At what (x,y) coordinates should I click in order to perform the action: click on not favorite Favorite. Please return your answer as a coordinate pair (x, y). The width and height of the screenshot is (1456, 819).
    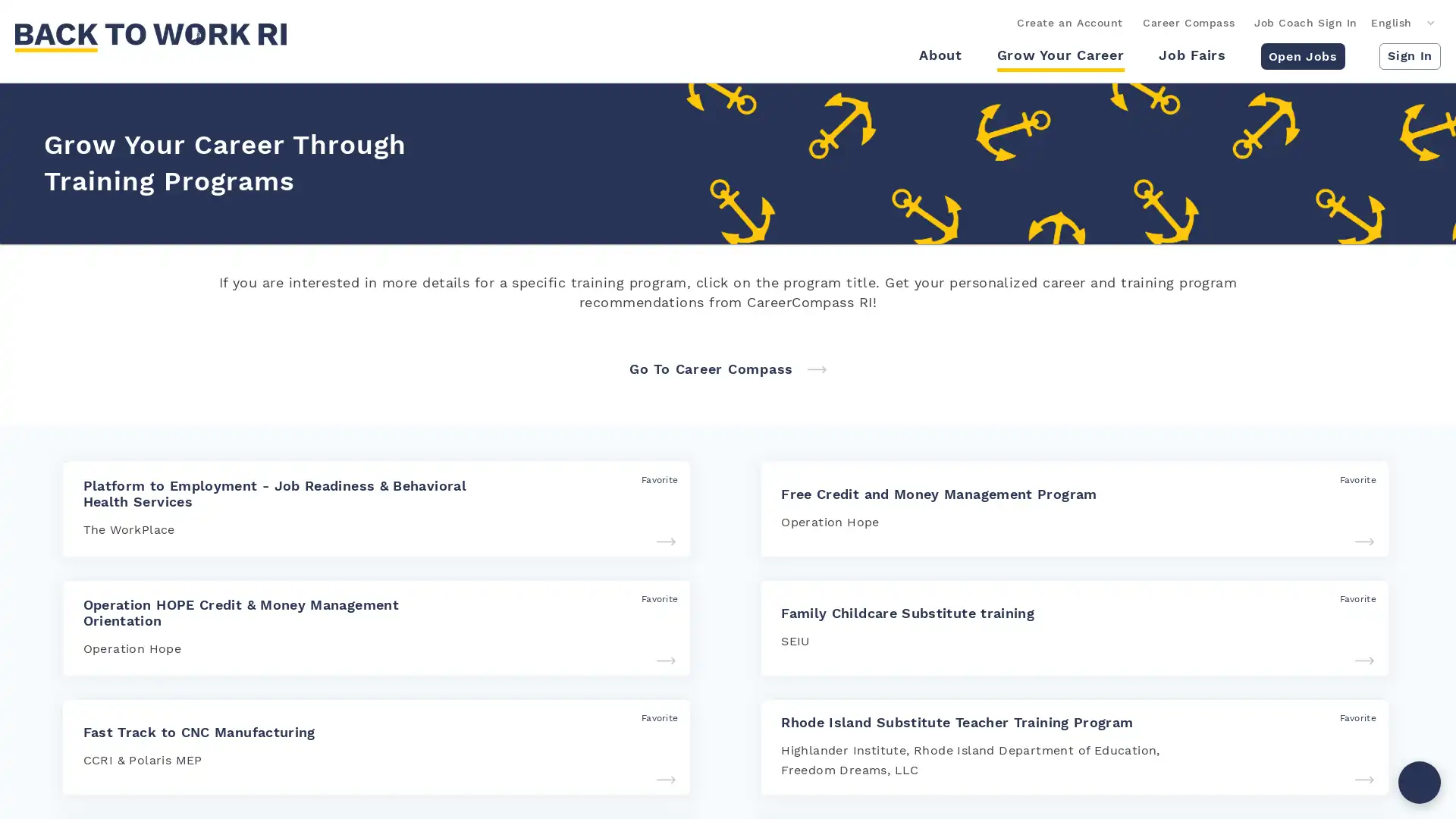
    Looking at the image, I should click on (651, 479).